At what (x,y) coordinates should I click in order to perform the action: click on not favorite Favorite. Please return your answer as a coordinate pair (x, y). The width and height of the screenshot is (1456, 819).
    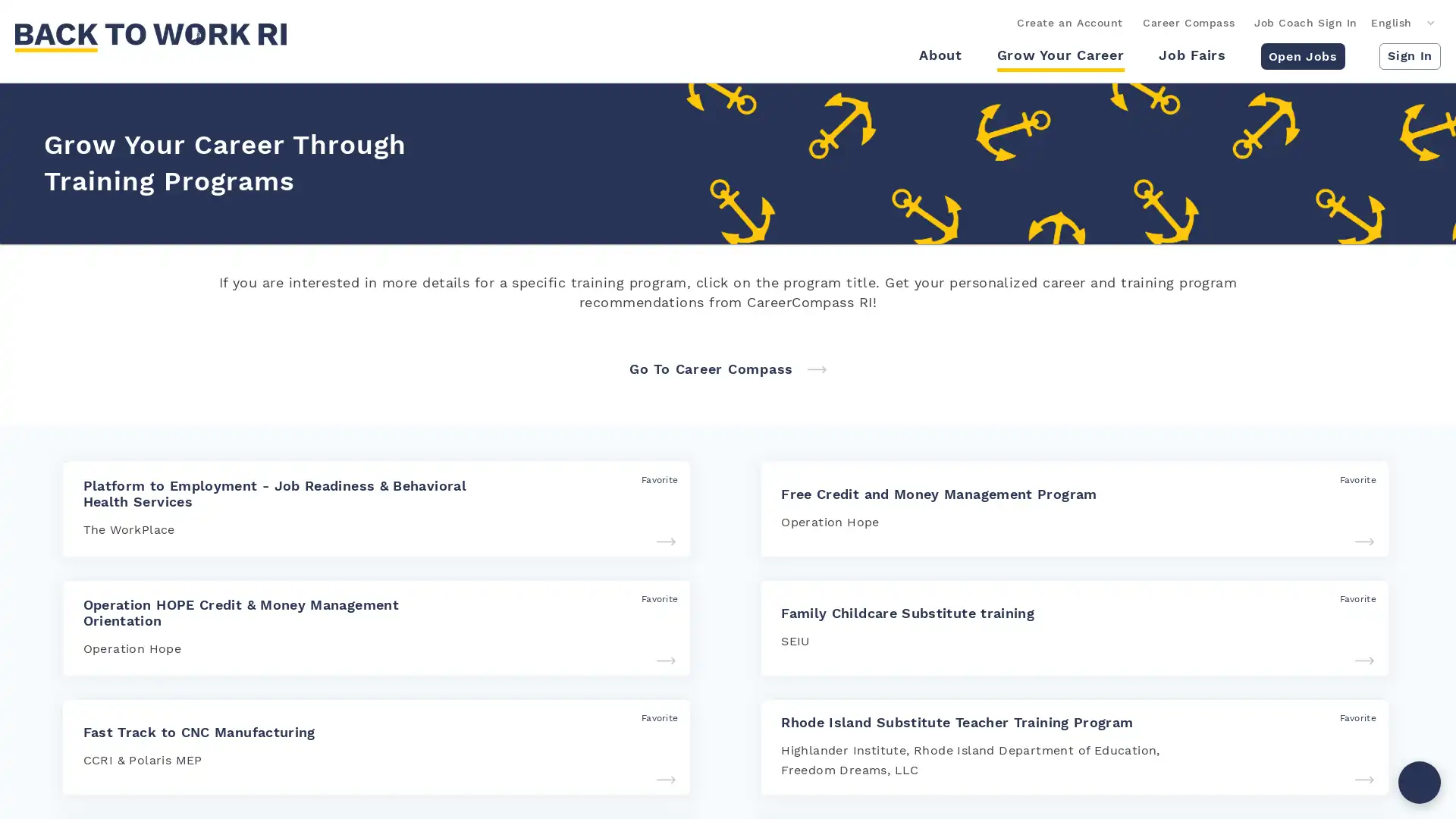
    Looking at the image, I should click on (651, 479).